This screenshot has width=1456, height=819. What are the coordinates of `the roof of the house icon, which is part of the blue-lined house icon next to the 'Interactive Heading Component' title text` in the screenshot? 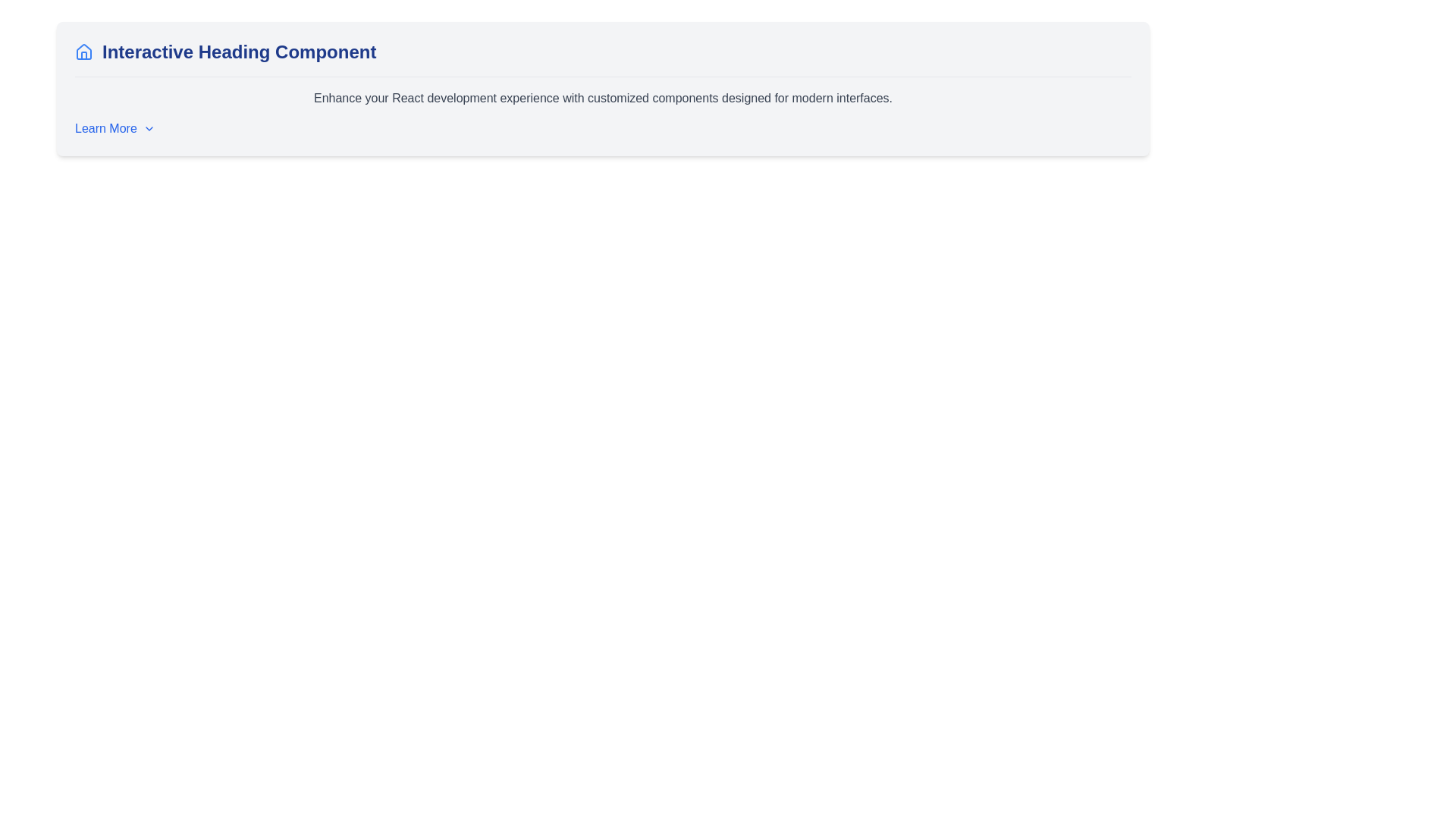 It's located at (83, 51).